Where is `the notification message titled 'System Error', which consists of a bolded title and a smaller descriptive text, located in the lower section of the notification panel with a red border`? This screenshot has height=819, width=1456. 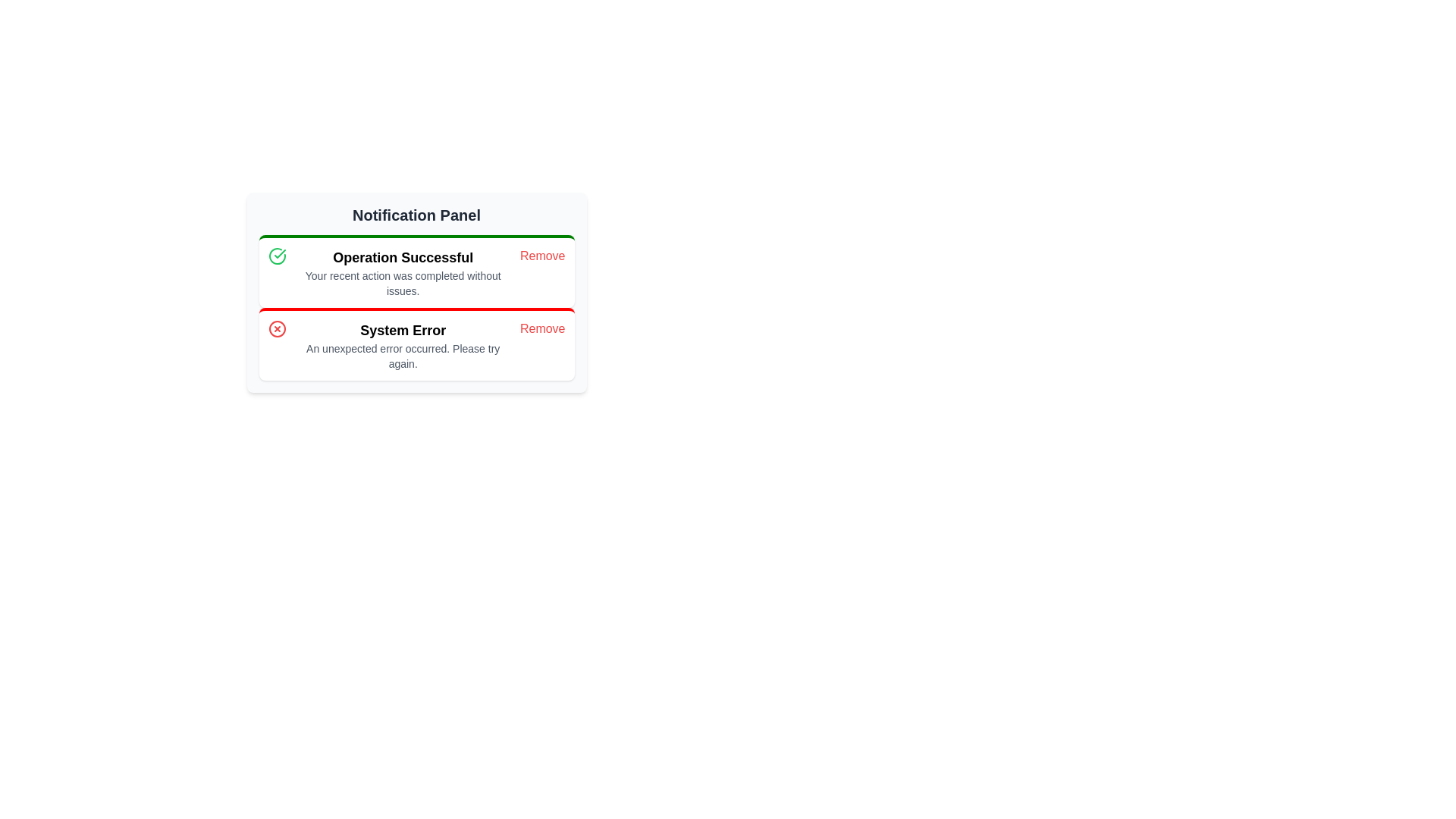
the notification message titled 'System Error', which consists of a bolded title and a smaller descriptive text, located in the lower section of the notification panel with a red border is located at coordinates (403, 345).